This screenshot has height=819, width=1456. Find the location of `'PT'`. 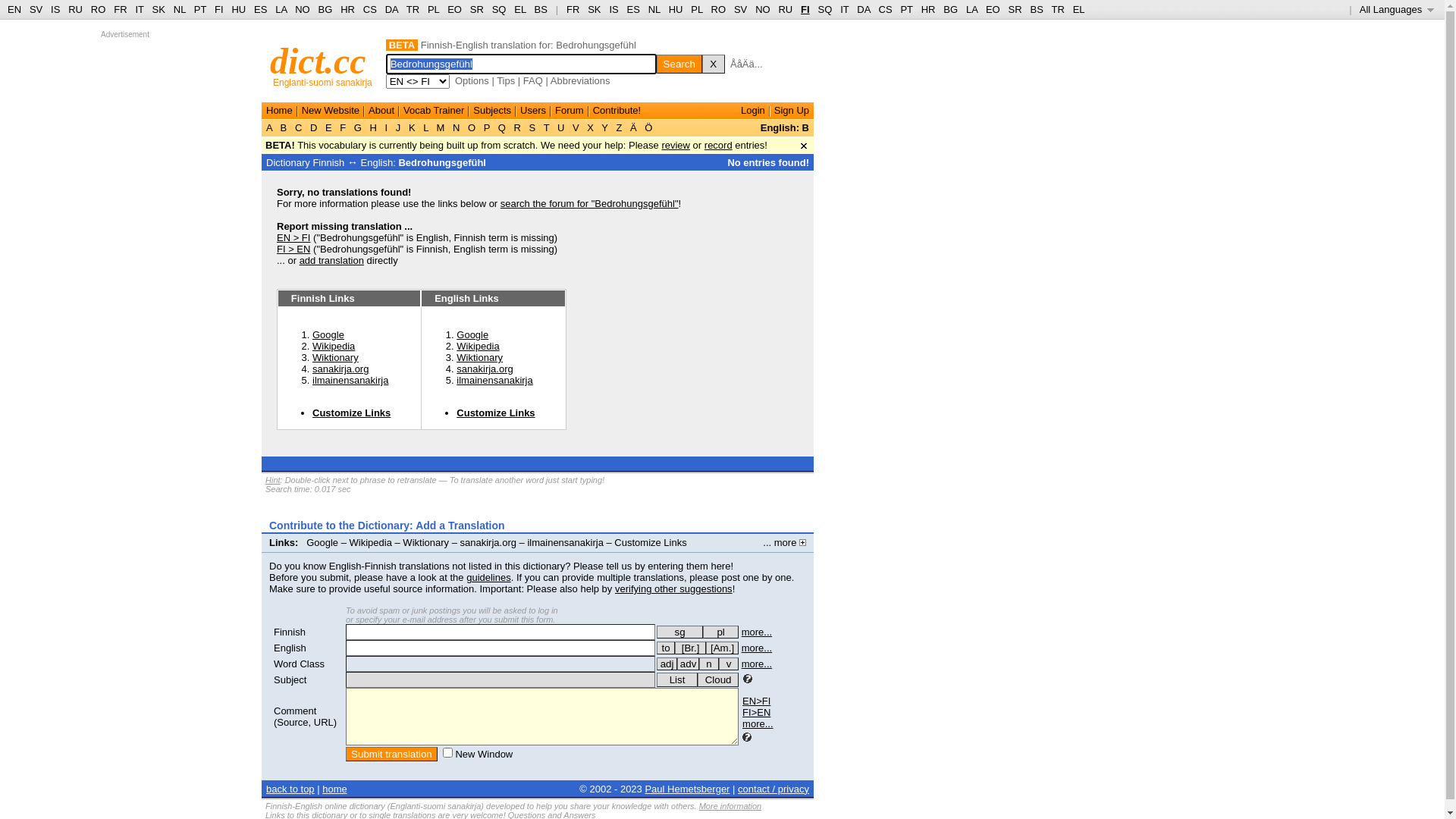

'PT' is located at coordinates (906, 9).